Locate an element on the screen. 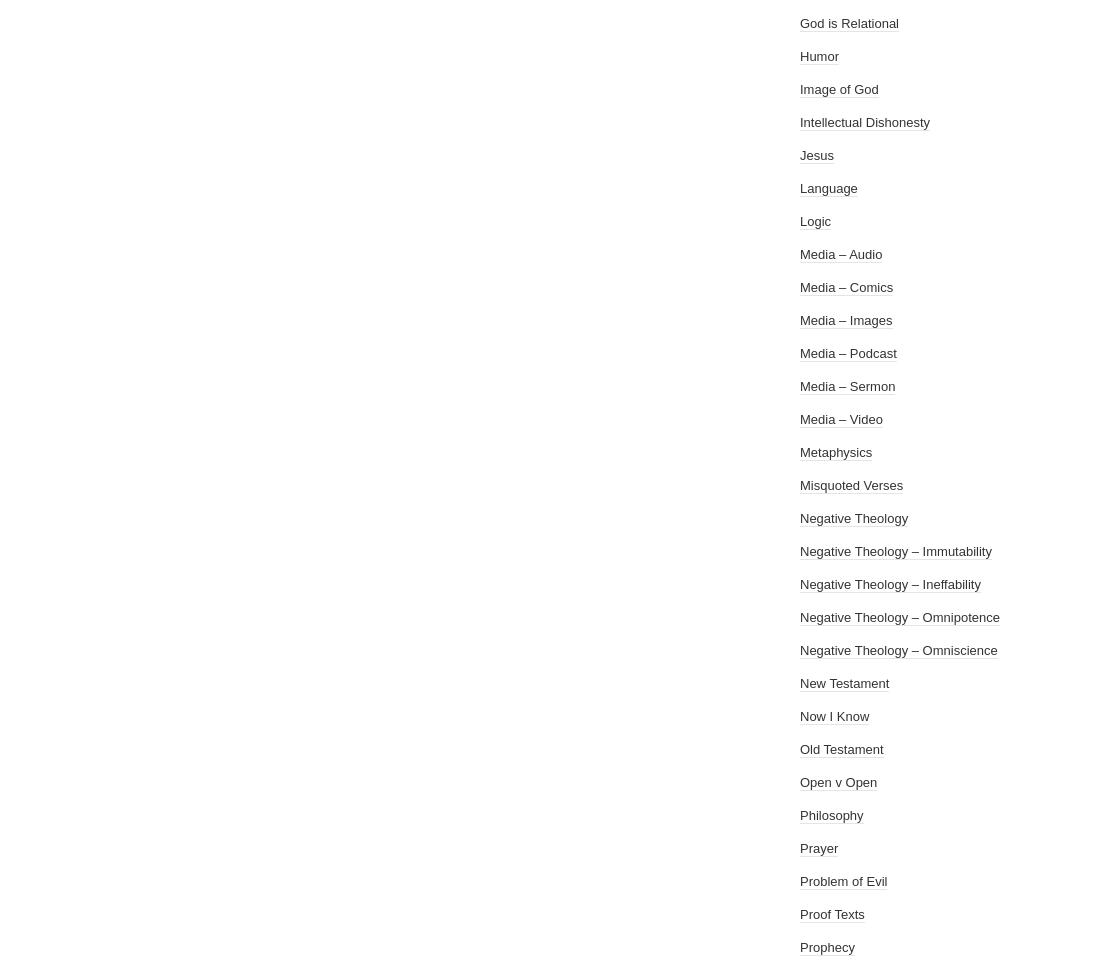 The width and height of the screenshot is (1100, 974). 'New Testament' is located at coordinates (843, 683).